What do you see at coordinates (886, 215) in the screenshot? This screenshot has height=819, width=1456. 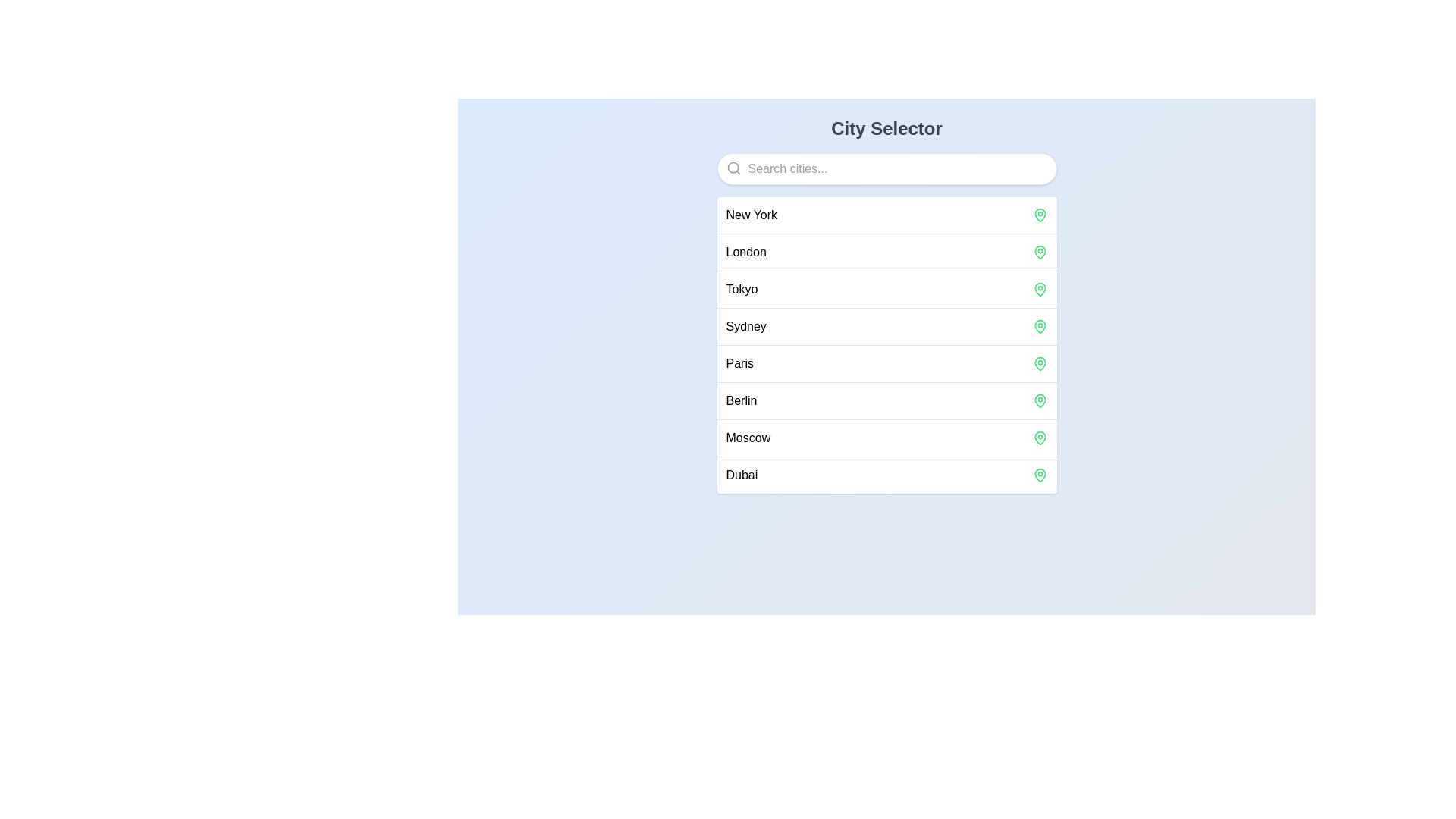 I see `the first interactive list item displaying 'New York' in the 'City Selector' panel` at bounding box center [886, 215].